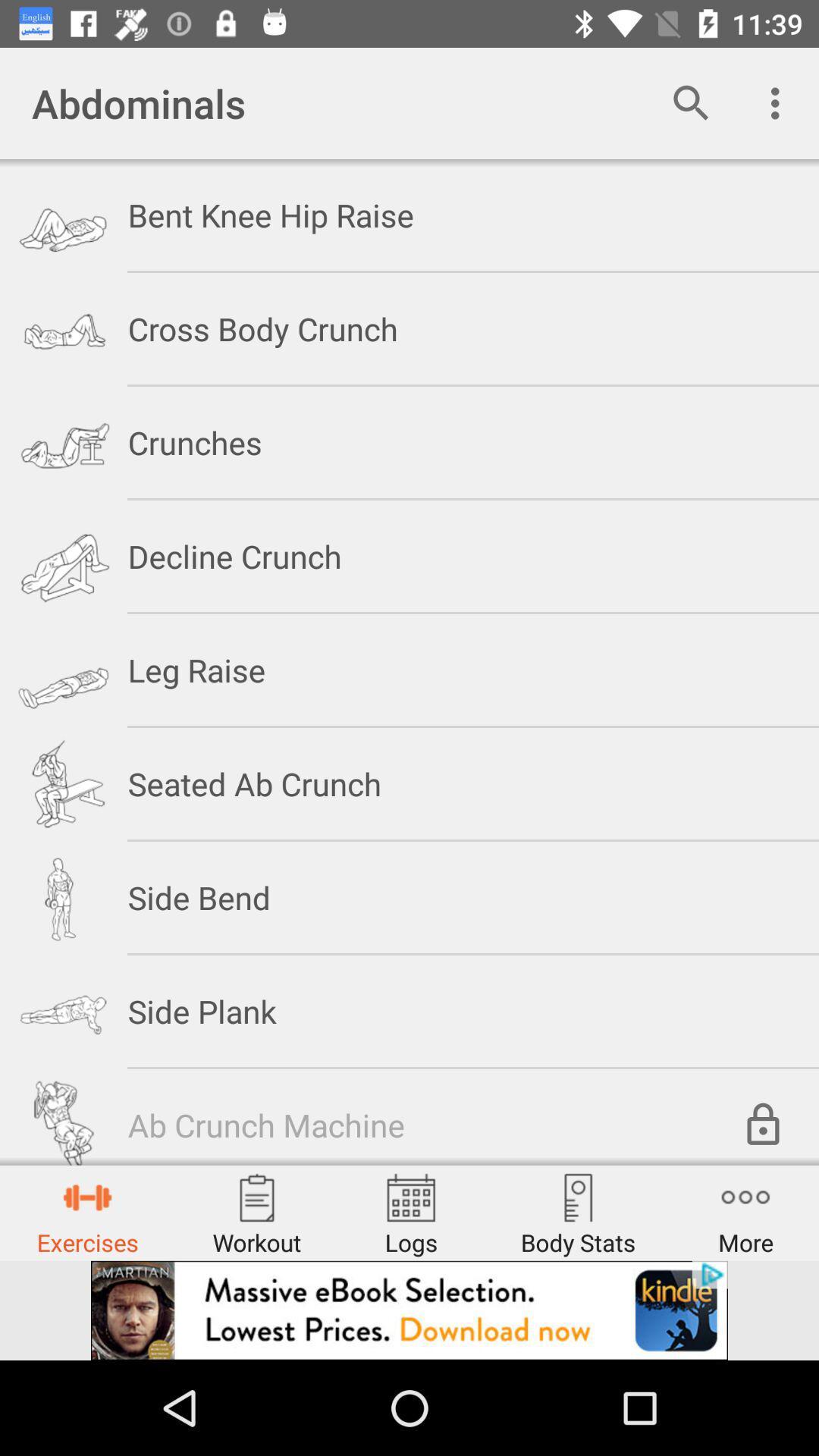 This screenshot has height=1456, width=819. Describe the element at coordinates (409, 1310) in the screenshot. I see `advertisement option` at that location.